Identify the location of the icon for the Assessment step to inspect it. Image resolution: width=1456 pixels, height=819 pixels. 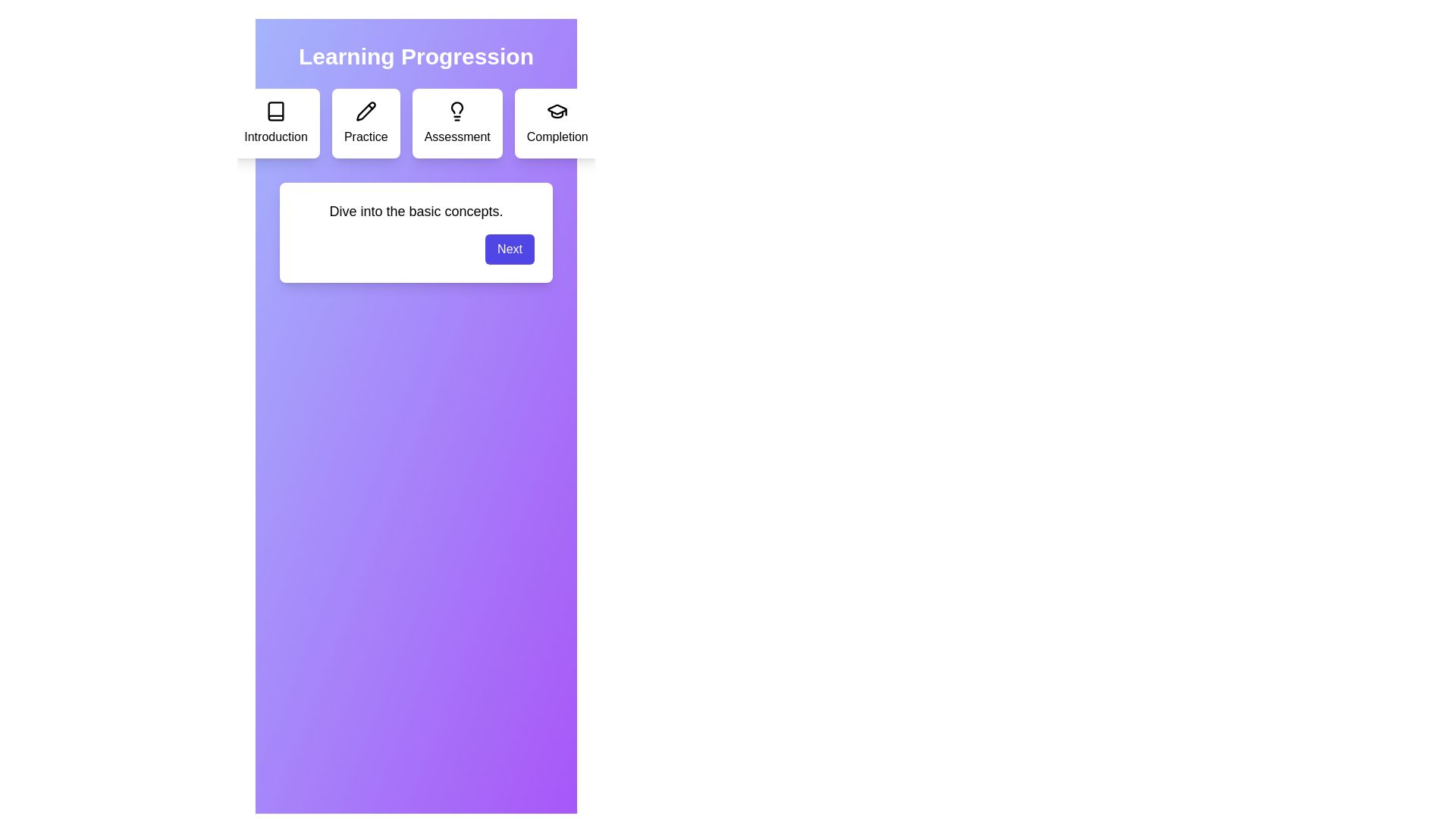
(457, 110).